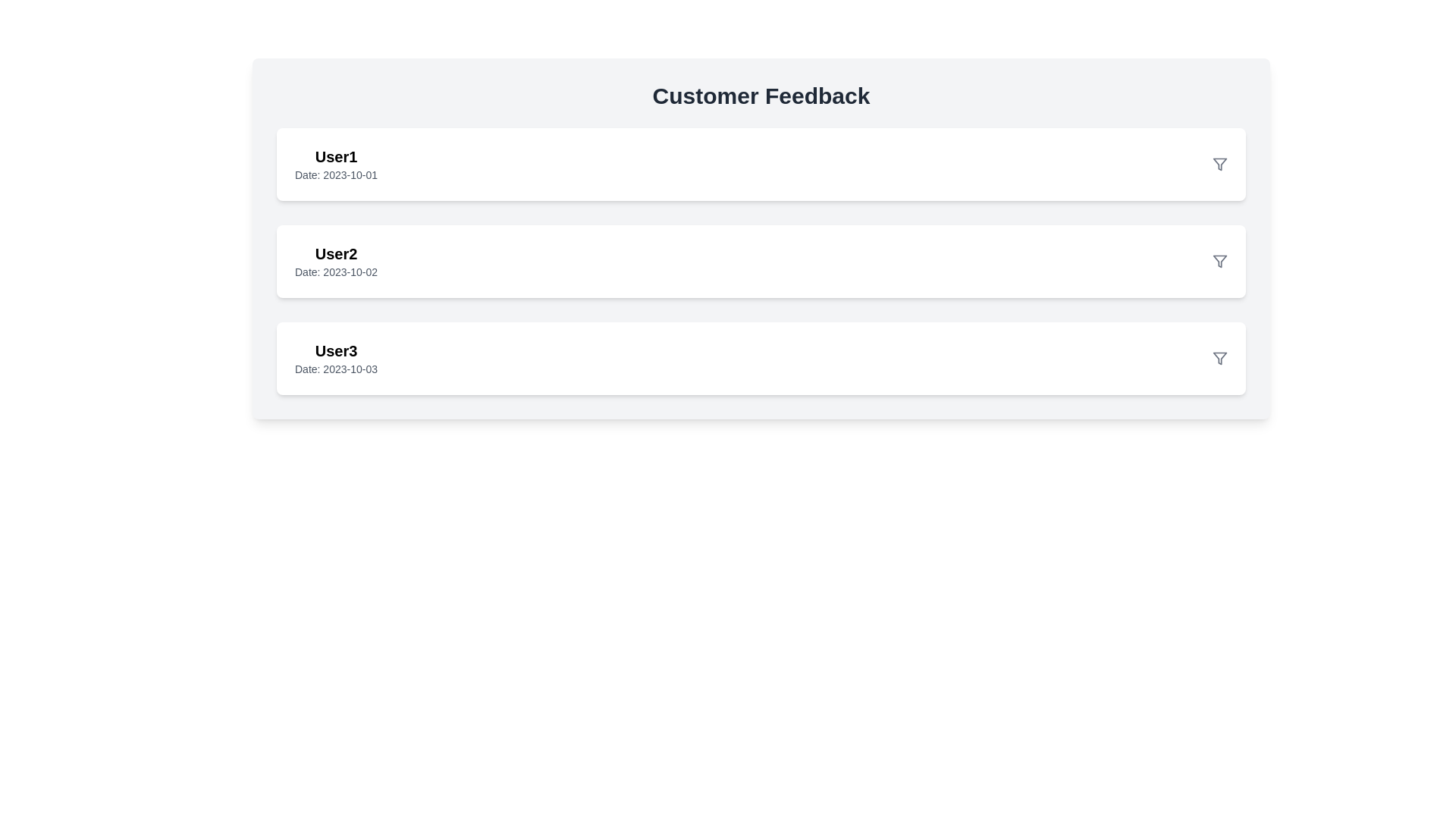 This screenshot has width=1456, height=819. Describe the element at coordinates (335, 174) in the screenshot. I see `the static text label that provides additional information about the user's date of activity, located below 'User1' within the user item card` at that location.